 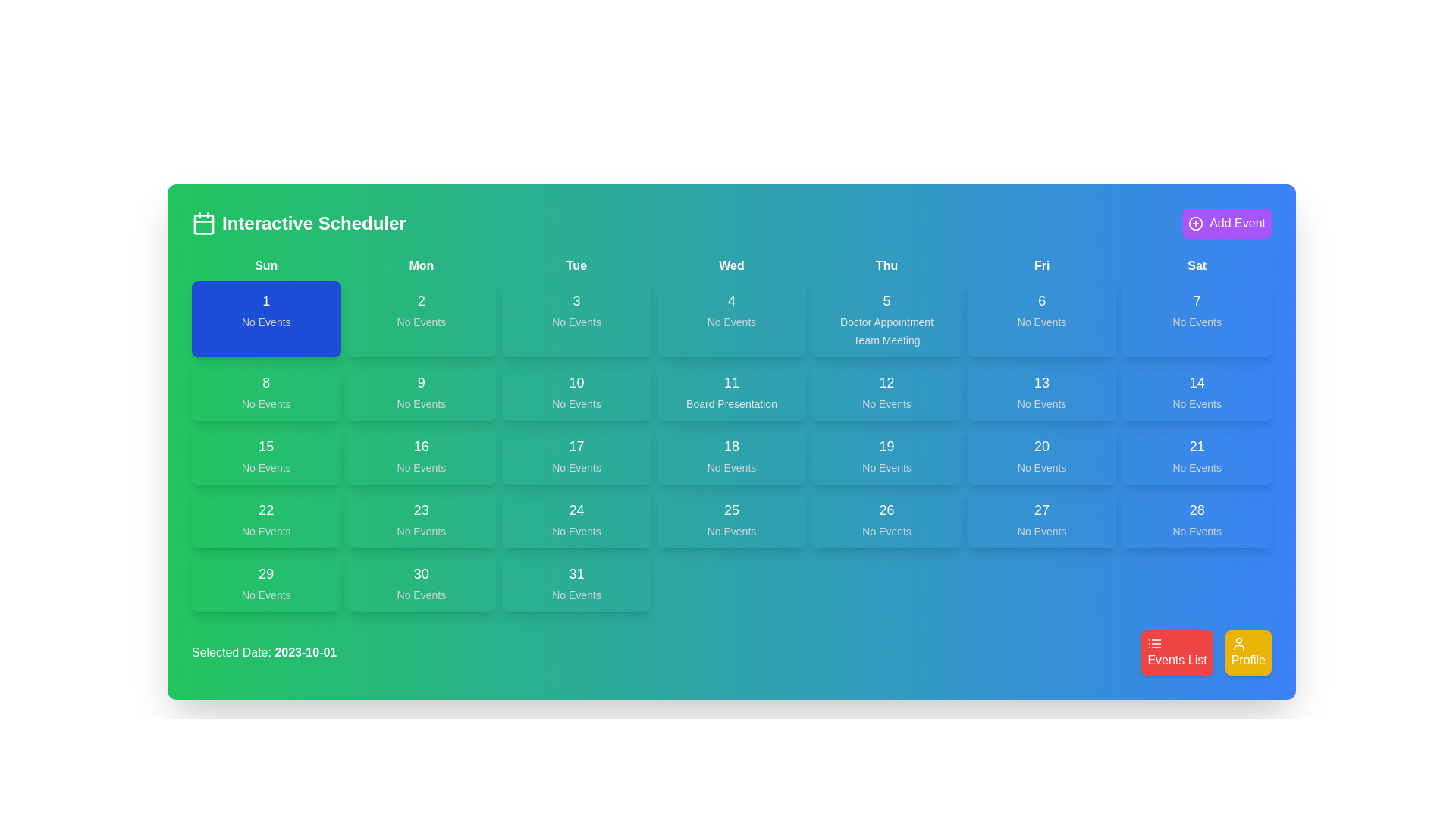 I want to click on the static text element displaying the number '8' on a green background, which represents a date in a calendar layout, so click(x=266, y=382).